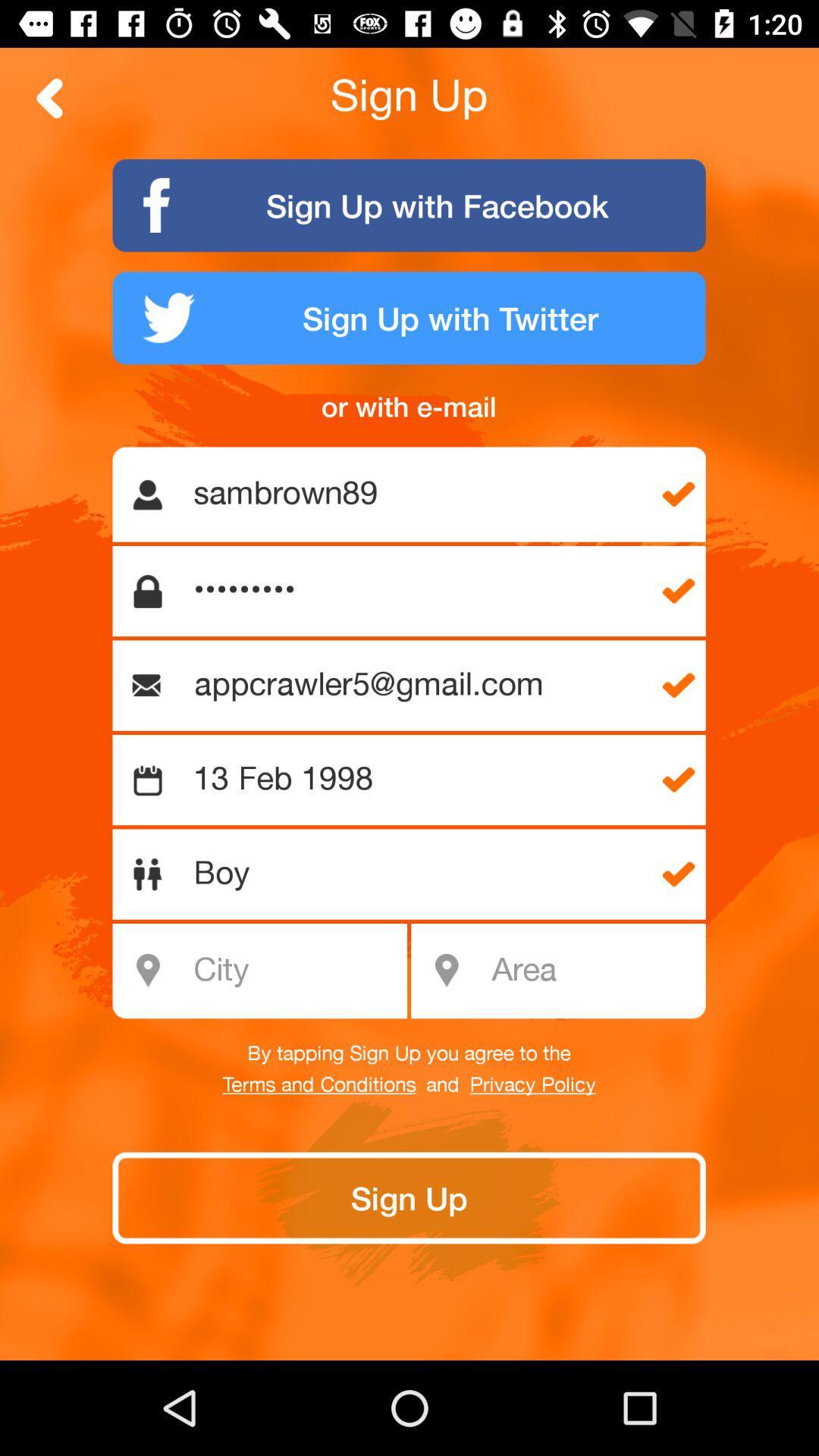 Image resolution: width=819 pixels, height=1456 pixels. Describe the element at coordinates (416, 685) in the screenshot. I see `the appcrawler5@gmail.com item` at that location.